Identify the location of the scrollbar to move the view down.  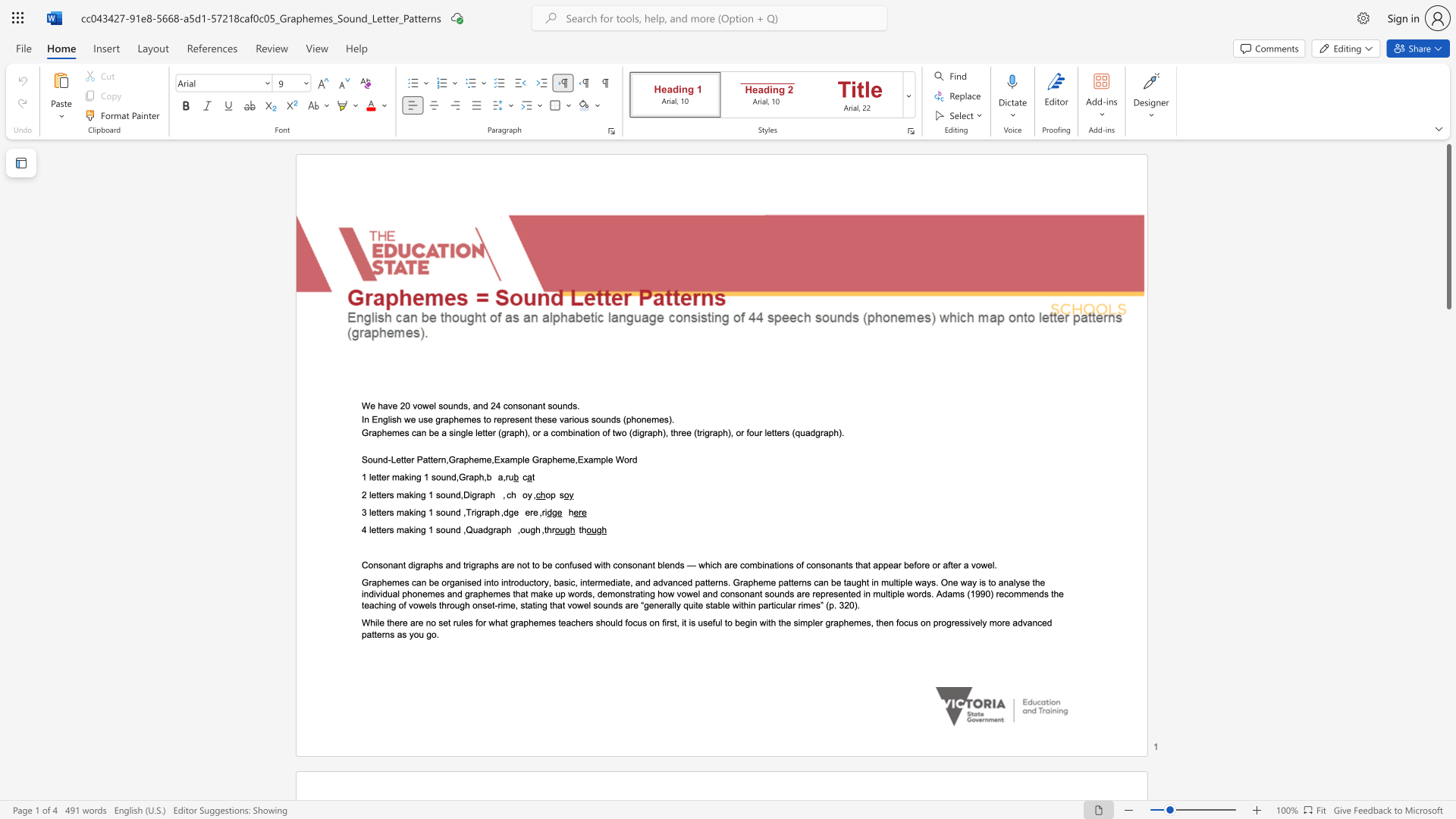
(1448, 576).